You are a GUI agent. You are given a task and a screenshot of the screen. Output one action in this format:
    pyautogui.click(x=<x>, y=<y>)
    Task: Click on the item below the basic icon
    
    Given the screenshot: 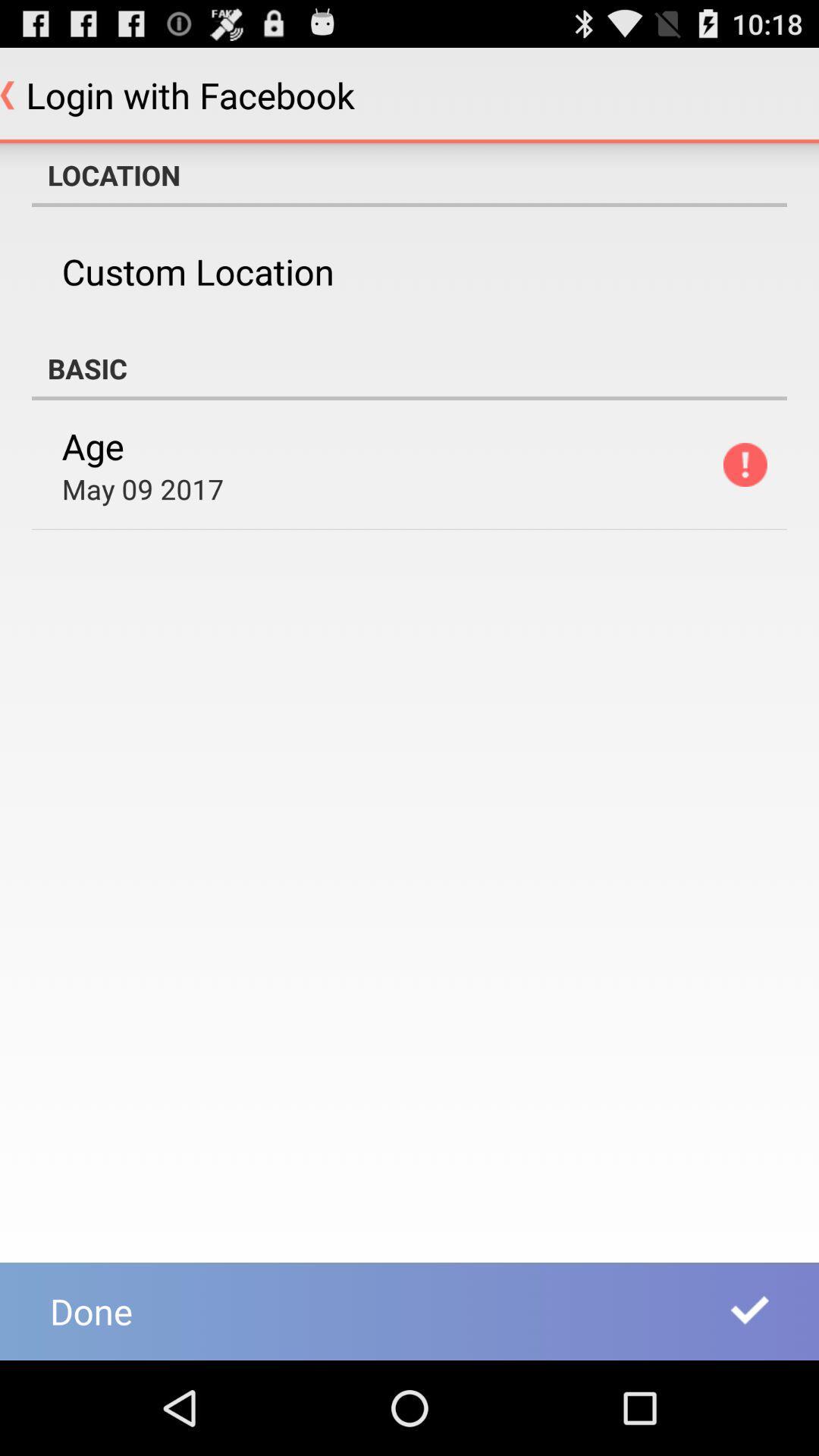 What is the action you would take?
    pyautogui.click(x=744, y=464)
    